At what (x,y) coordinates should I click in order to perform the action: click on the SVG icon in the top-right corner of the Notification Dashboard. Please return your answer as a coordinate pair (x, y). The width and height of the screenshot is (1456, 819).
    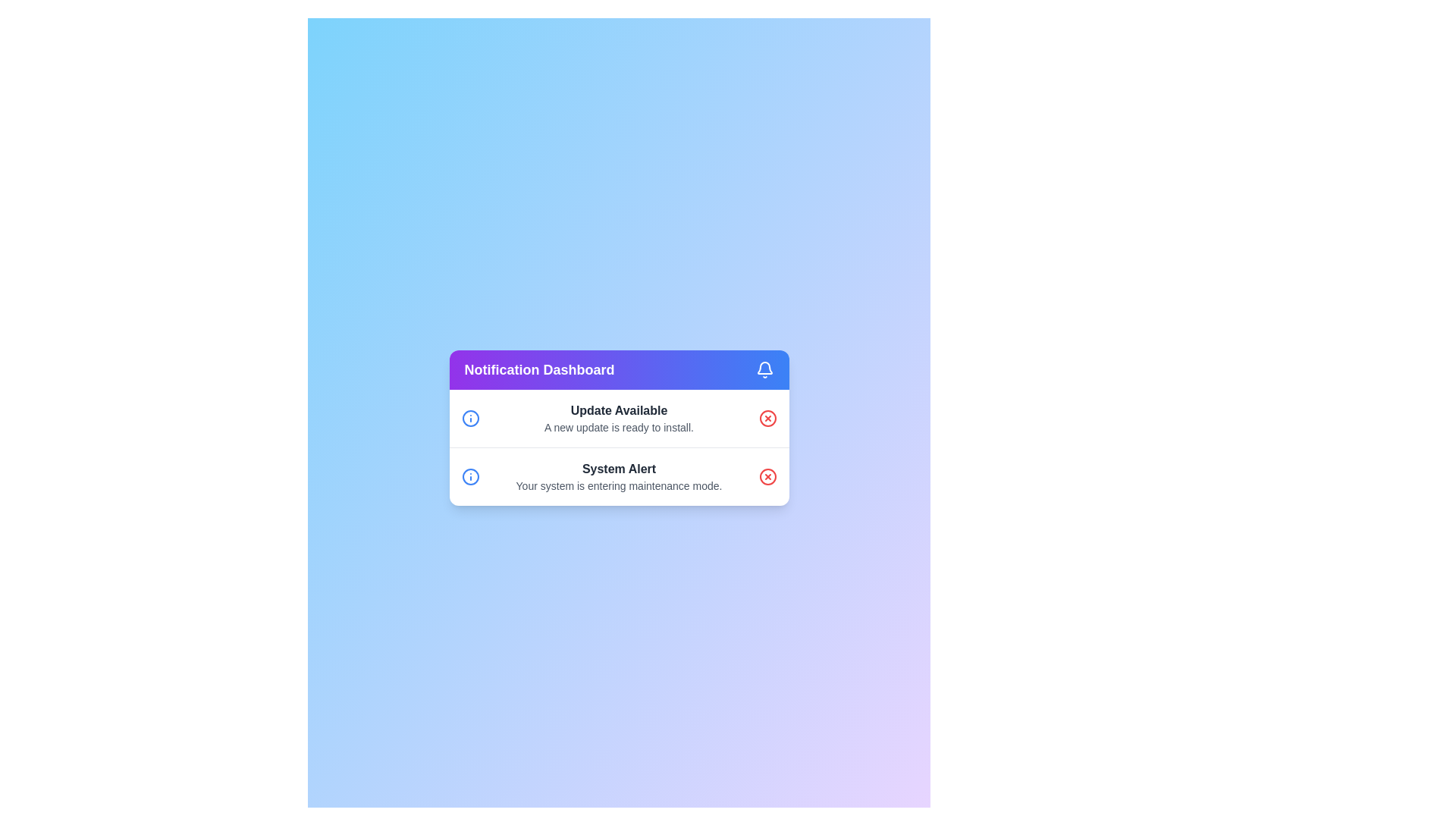
    Looking at the image, I should click on (764, 369).